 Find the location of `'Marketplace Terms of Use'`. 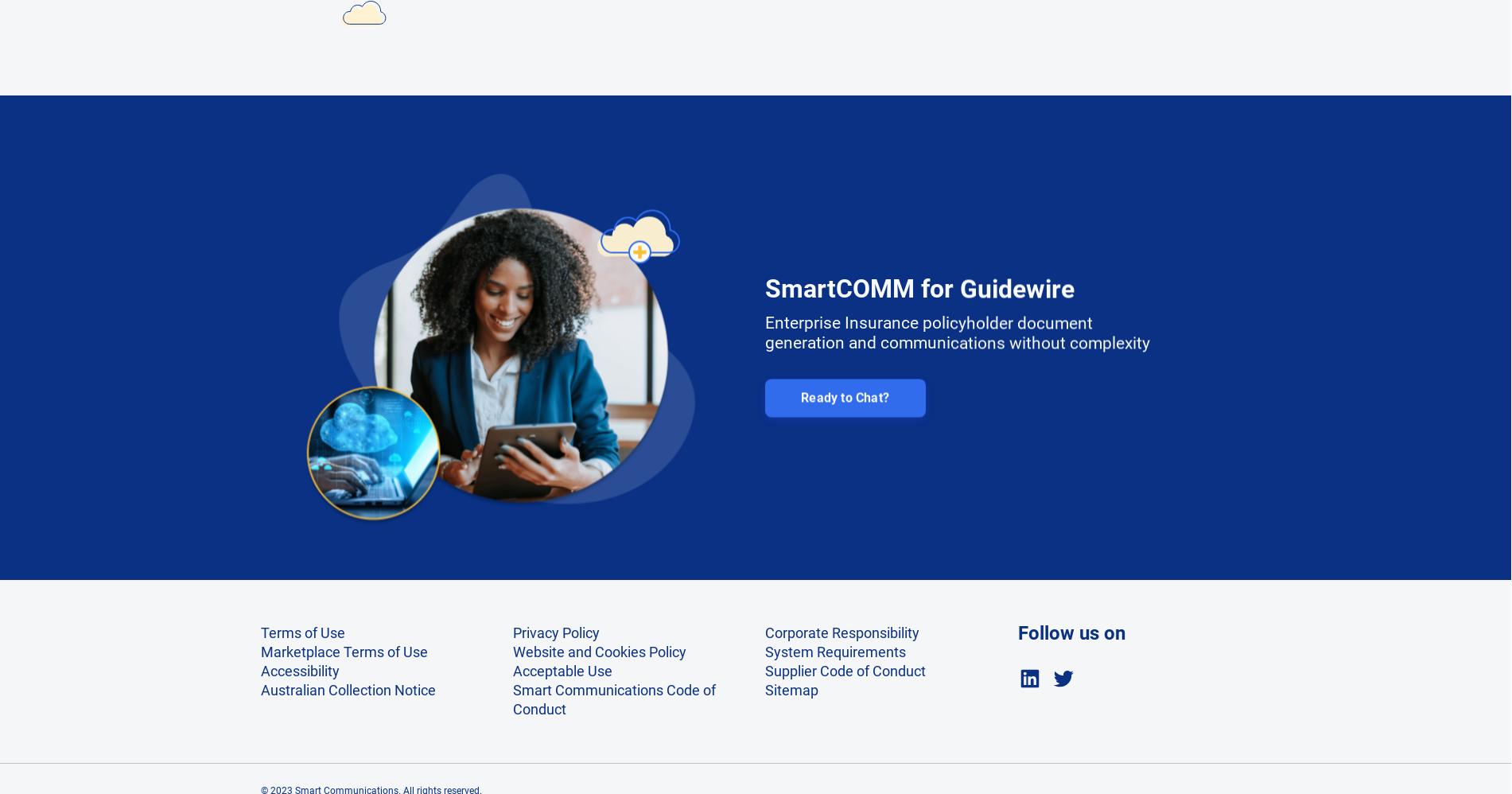

'Marketplace Terms of Use' is located at coordinates (342, 651).